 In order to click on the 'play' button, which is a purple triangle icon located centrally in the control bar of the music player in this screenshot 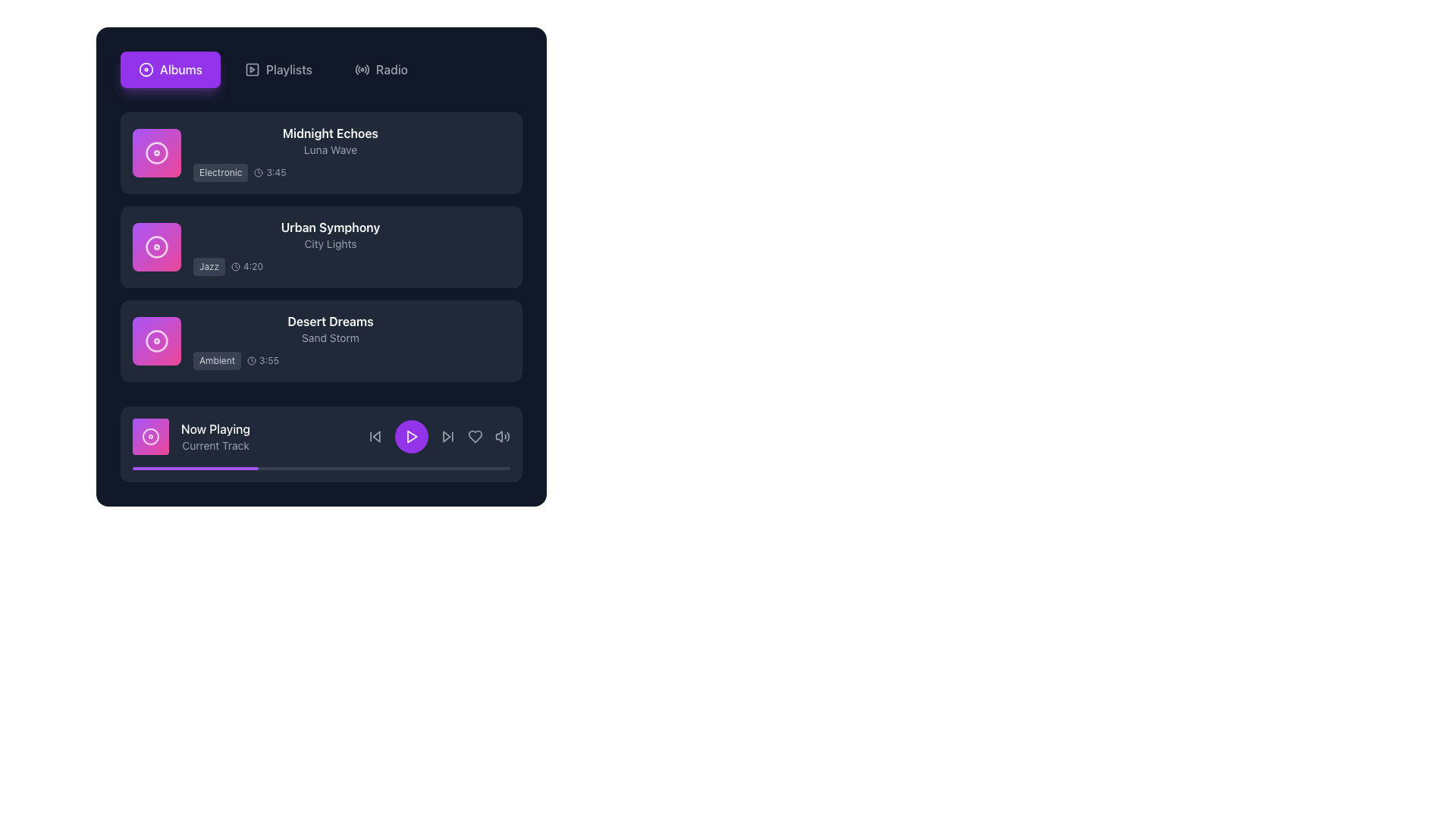, I will do `click(446, 436)`.